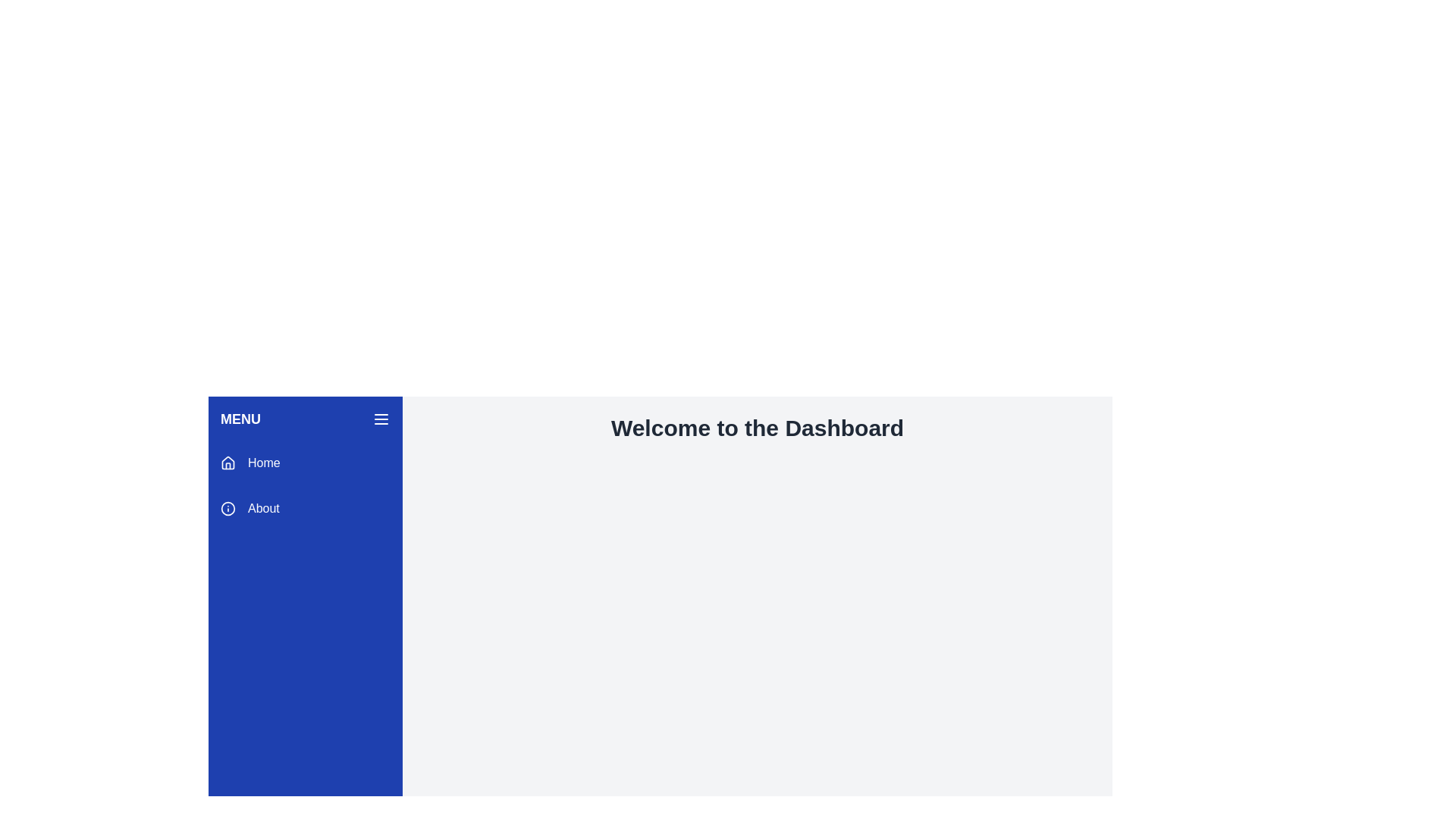 The width and height of the screenshot is (1456, 819). Describe the element at coordinates (227, 461) in the screenshot. I see `the 'Home' icon in the sidebar menu, which is visually represented as part of a grouped icon set near the top of the menu` at that location.